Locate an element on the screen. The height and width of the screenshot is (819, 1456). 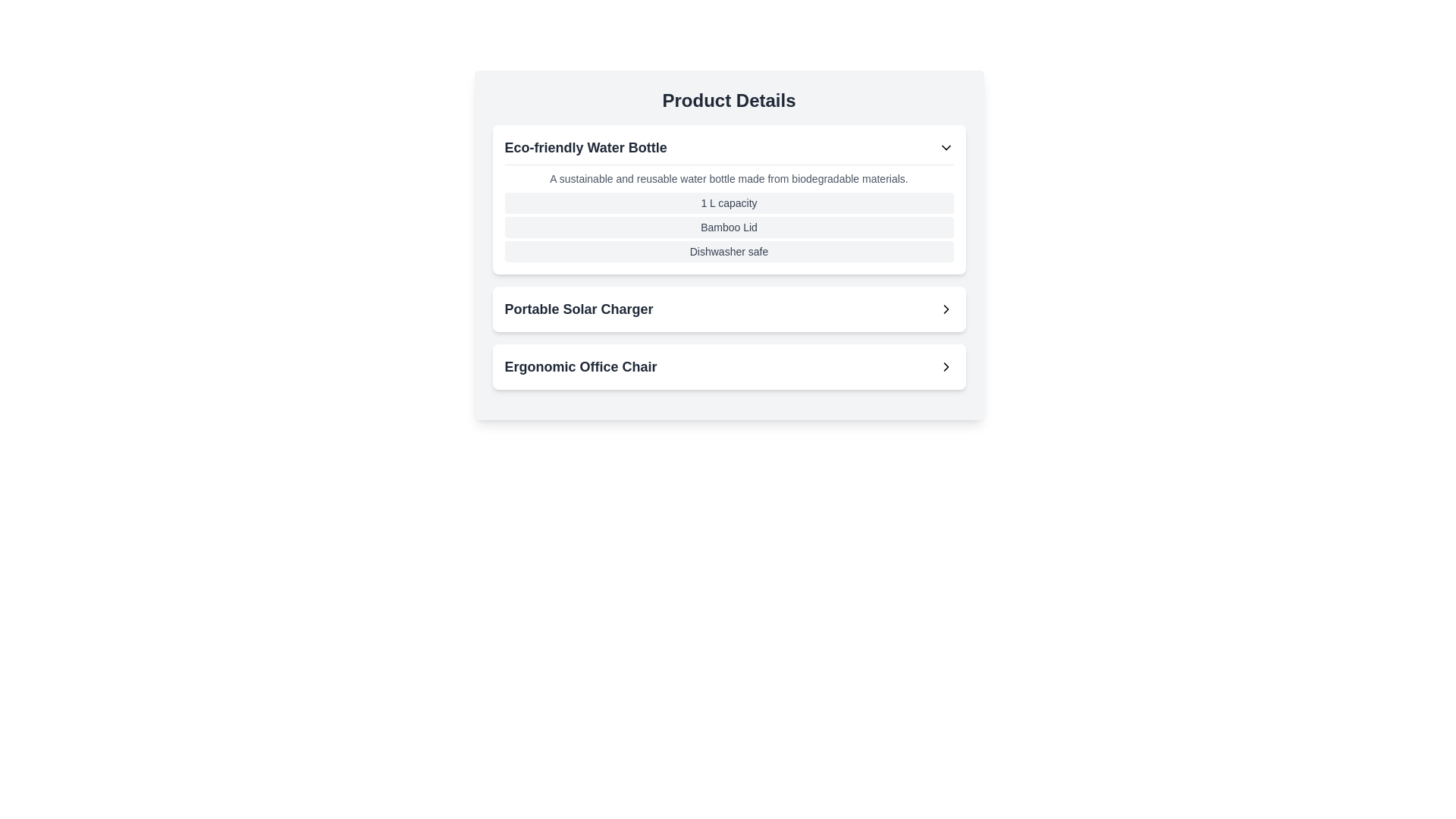
the navigational arrow icon within the SVG graphic that leads to more details about the 'Ergonomic Office Chair', located in the right section of the third row of products is located at coordinates (945, 366).